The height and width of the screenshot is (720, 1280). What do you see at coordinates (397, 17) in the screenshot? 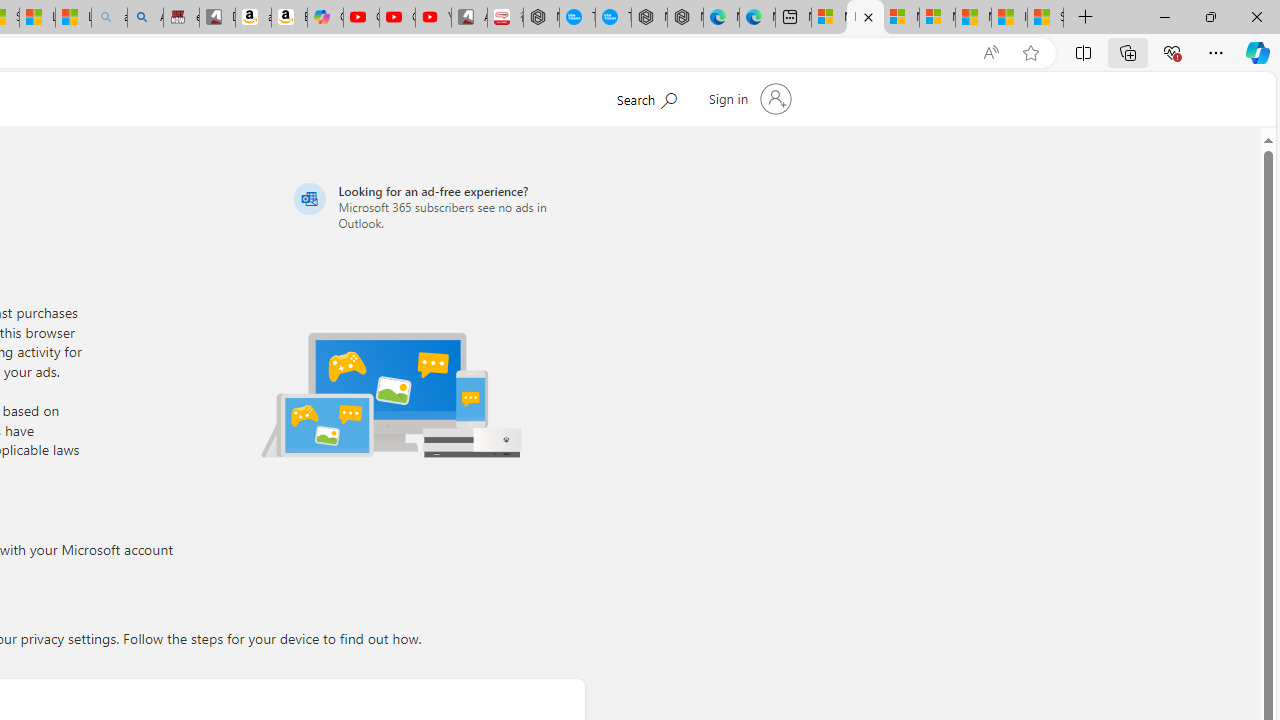
I see `'Gloom - YouTube'` at bounding box center [397, 17].